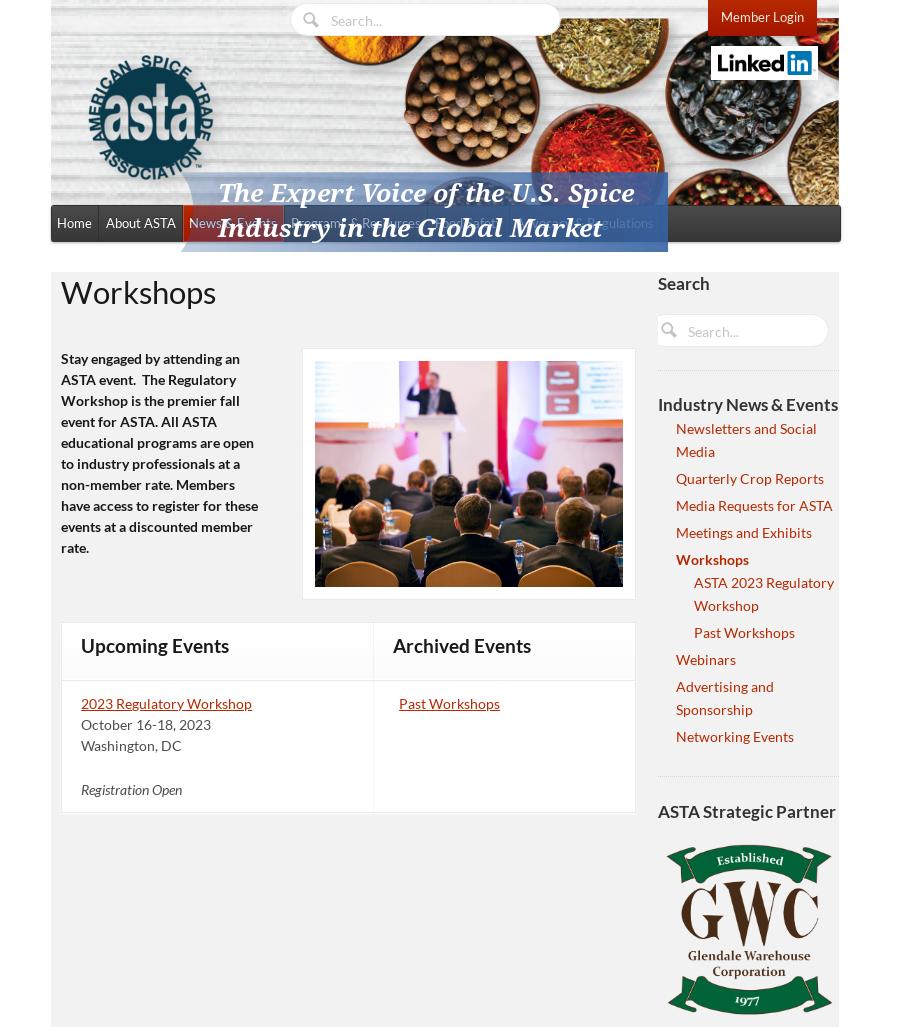  I want to click on 'Supply Chain Responsibility', so click(346, 345).